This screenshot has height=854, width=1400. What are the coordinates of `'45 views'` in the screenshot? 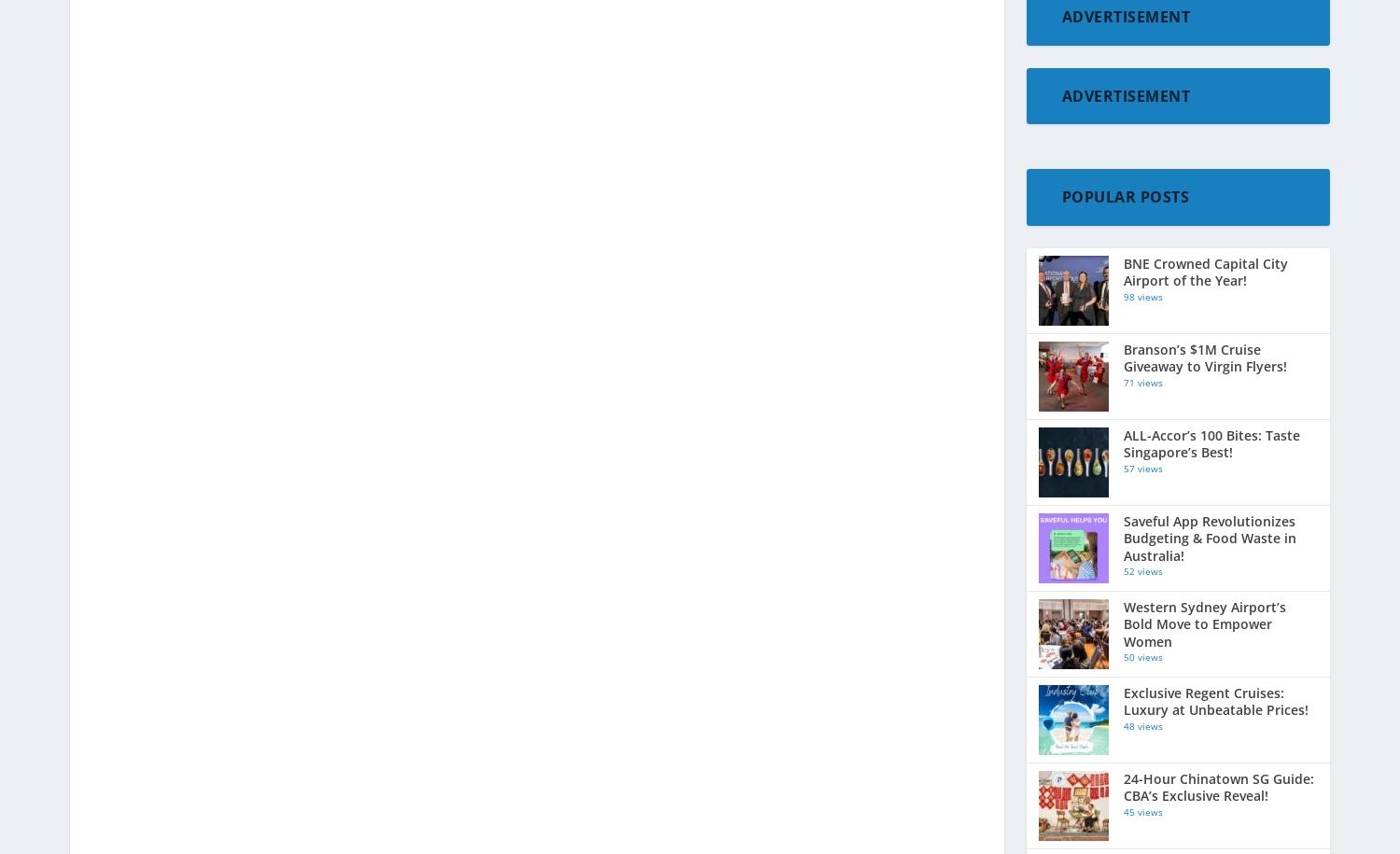 It's located at (1122, 810).